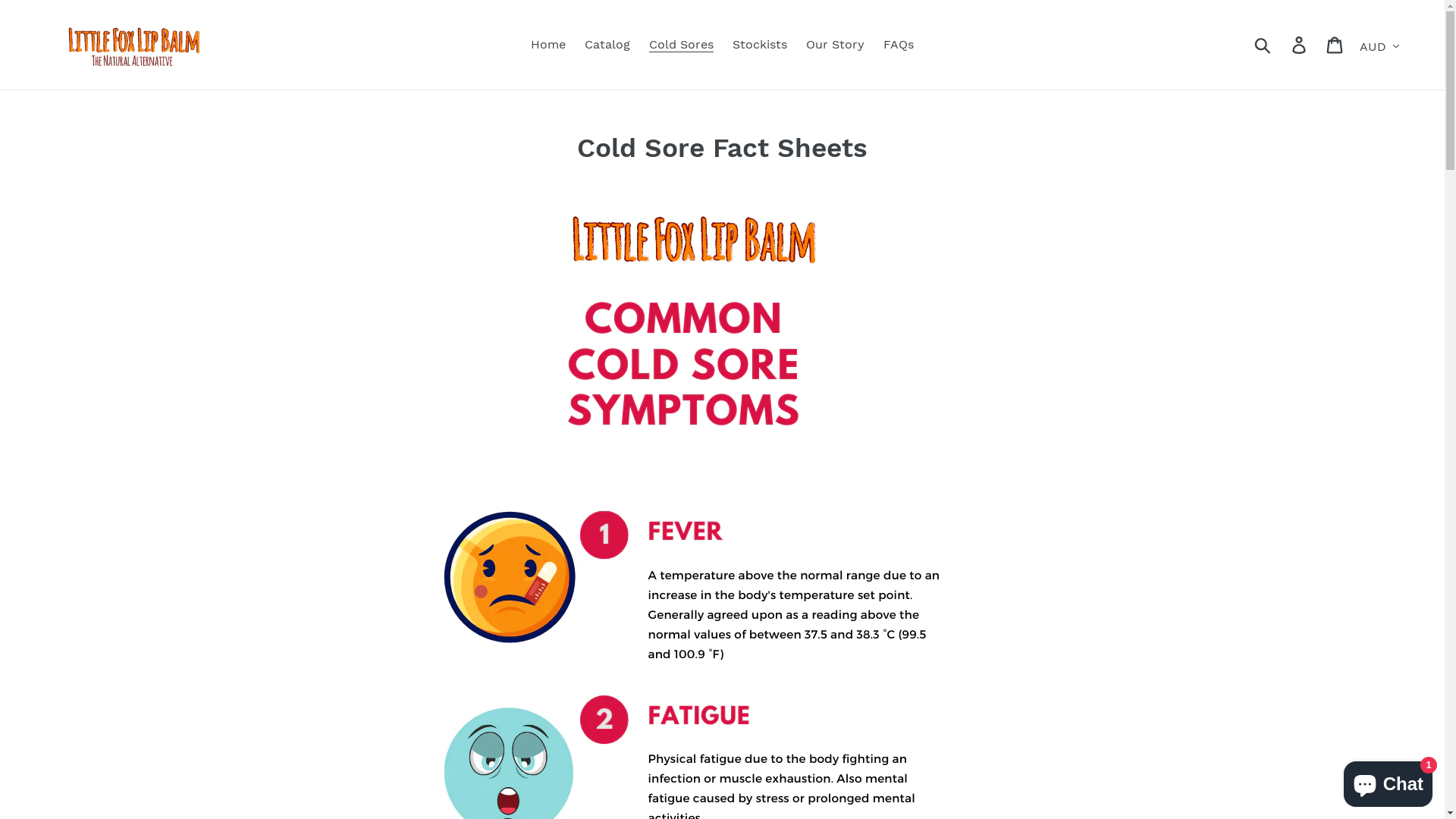 Image resolution: width=1456 pixels, height=819 pixels. Describe the element at coordinates (797, 43) in the screenshot. I see `'Our Story'` at that location.